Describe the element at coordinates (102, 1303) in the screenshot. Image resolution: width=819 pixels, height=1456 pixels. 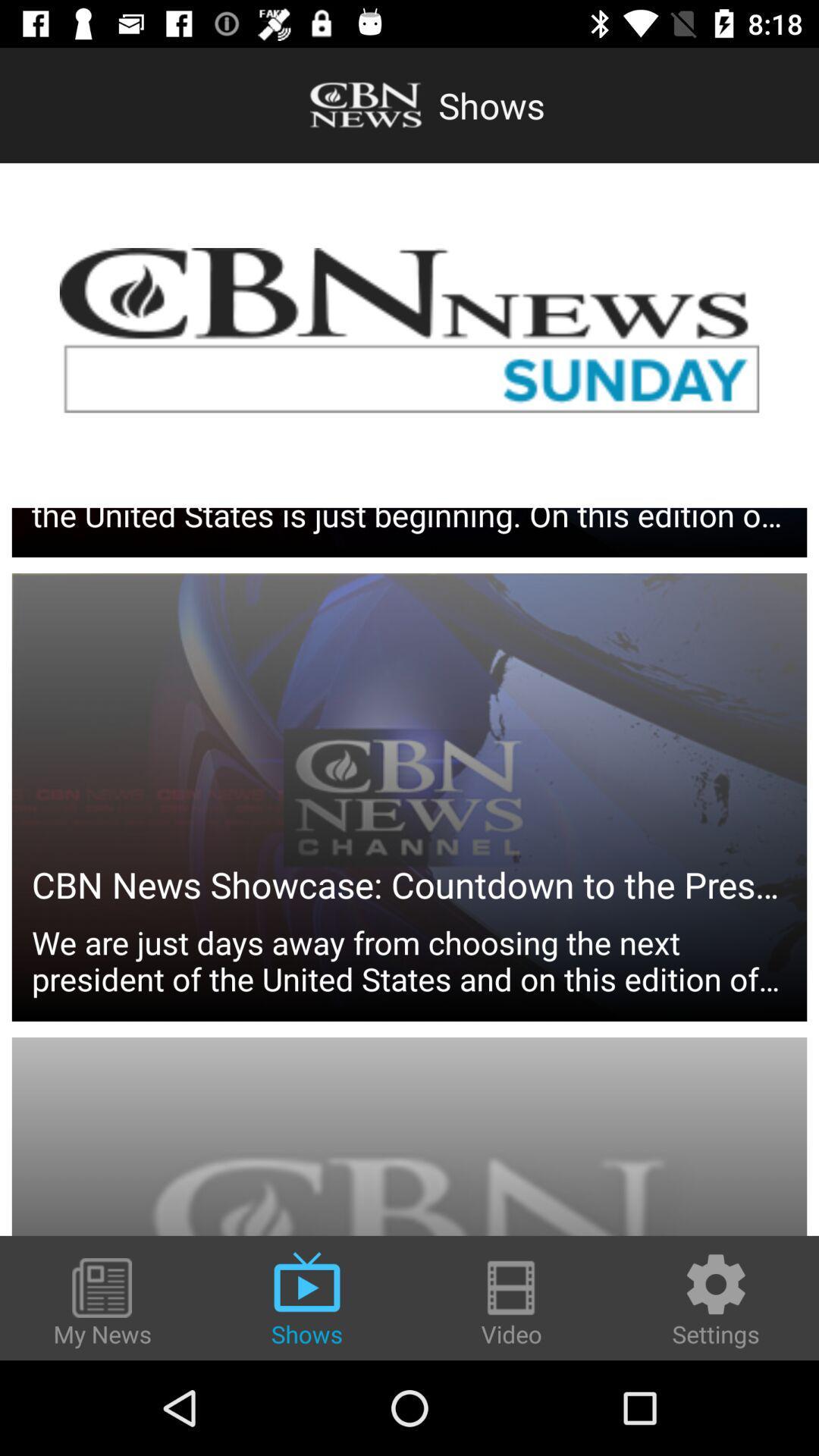
I see `my news` at that location.